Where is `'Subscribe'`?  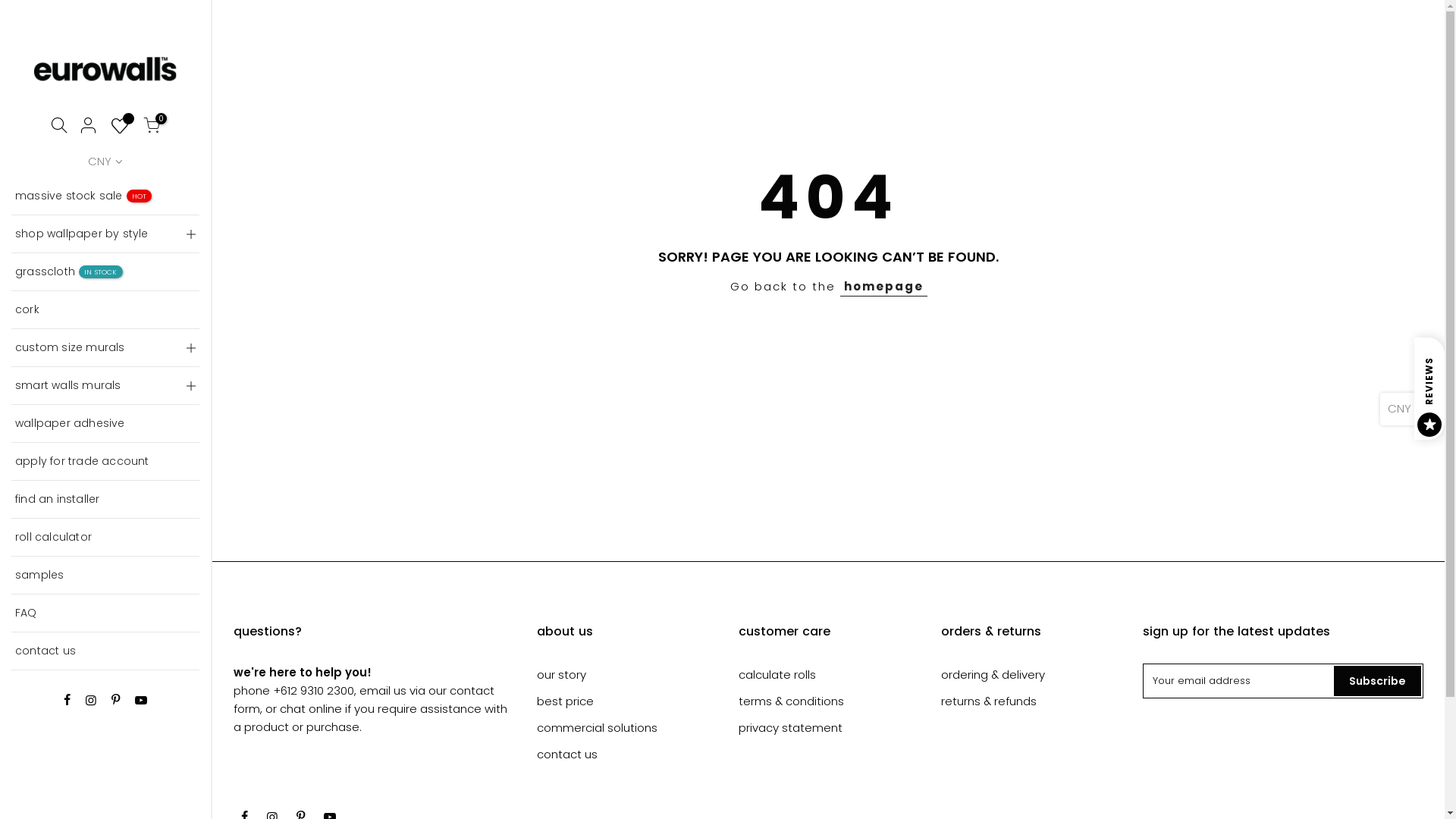 'Subscribe' is located at coordinates (1377, 680).